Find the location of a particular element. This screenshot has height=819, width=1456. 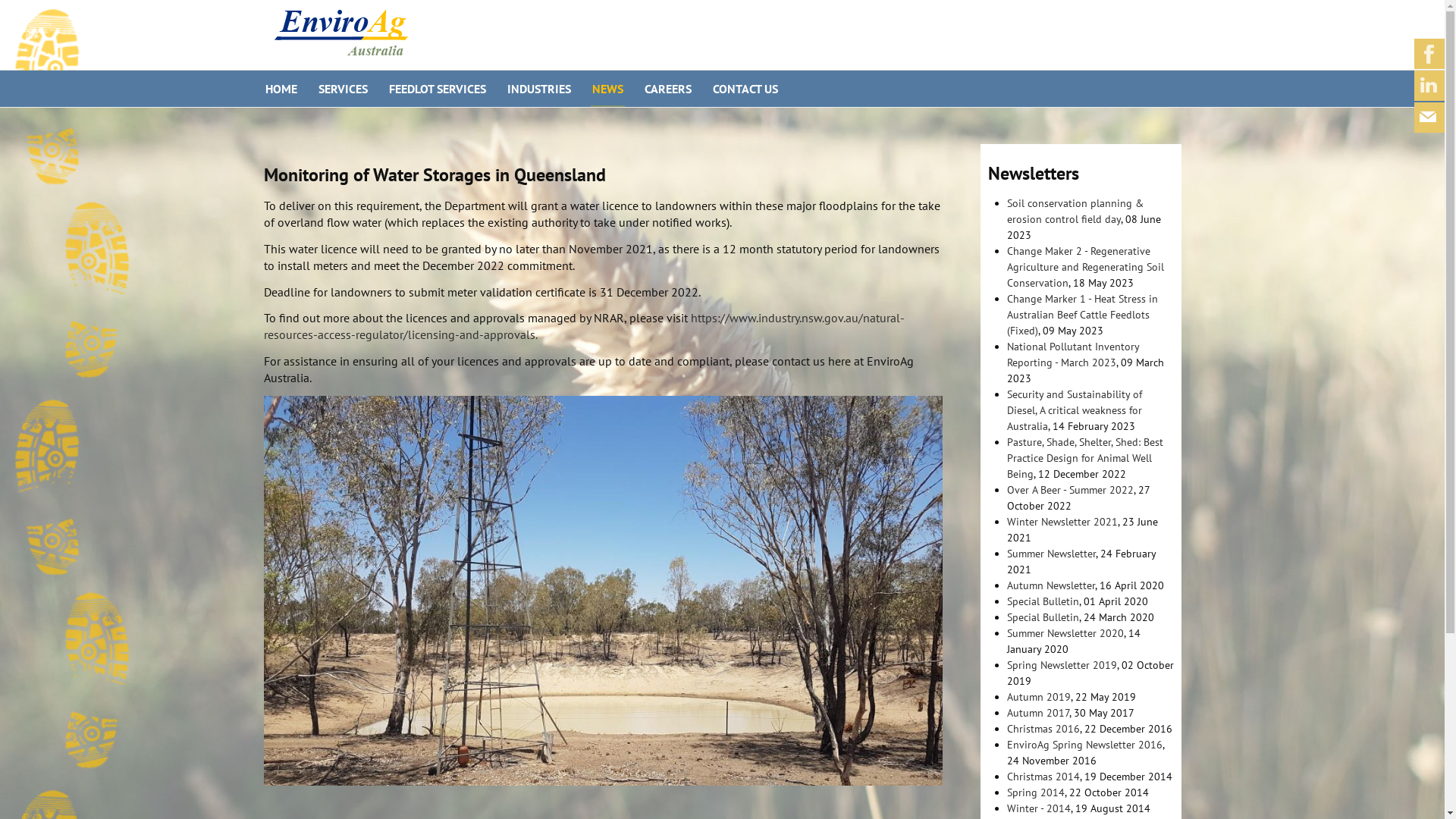

'CONTACT US' is located at coordinates (745, 88).